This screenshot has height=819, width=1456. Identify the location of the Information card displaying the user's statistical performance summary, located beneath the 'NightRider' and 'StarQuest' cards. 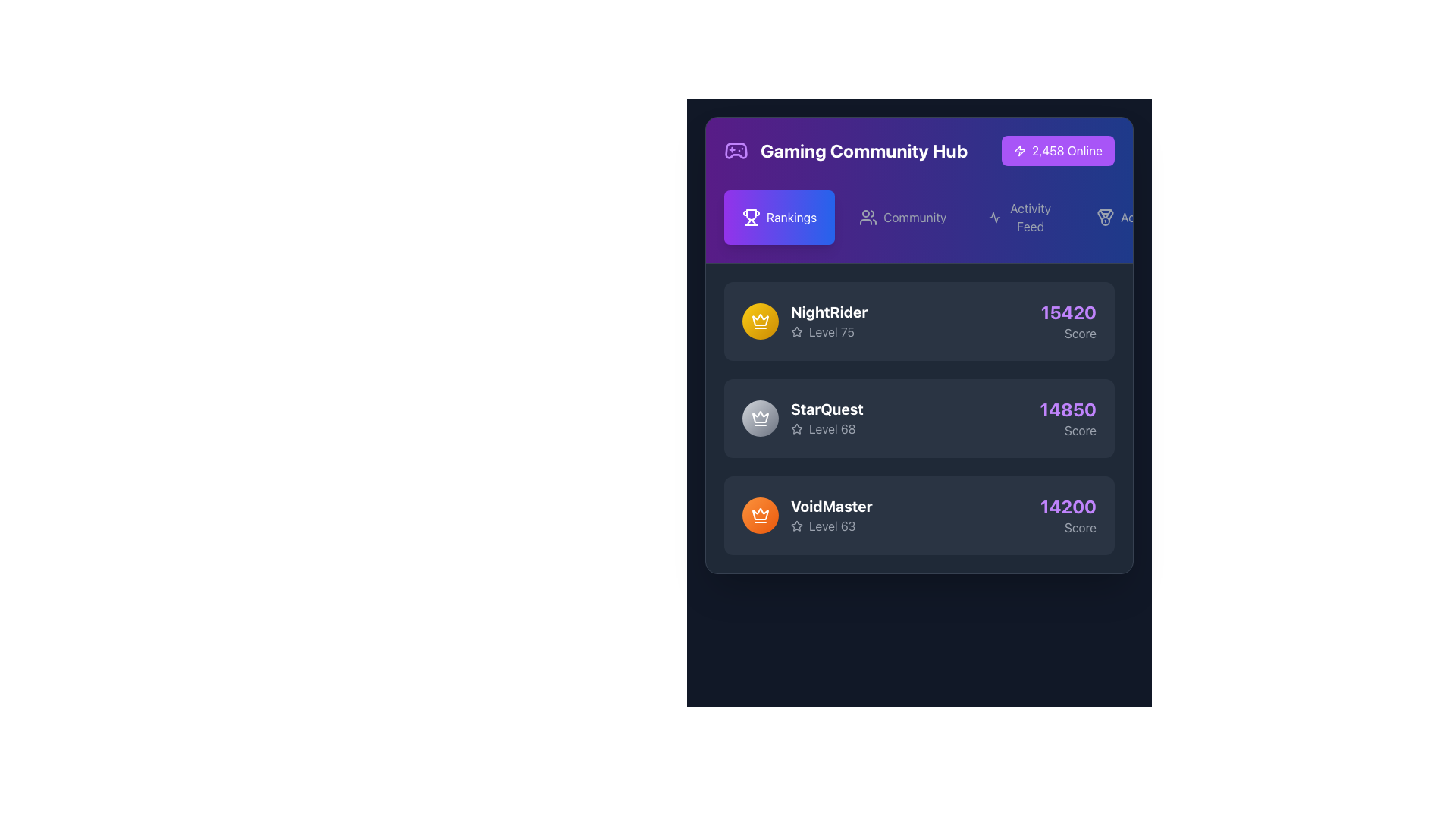
(918, 514).